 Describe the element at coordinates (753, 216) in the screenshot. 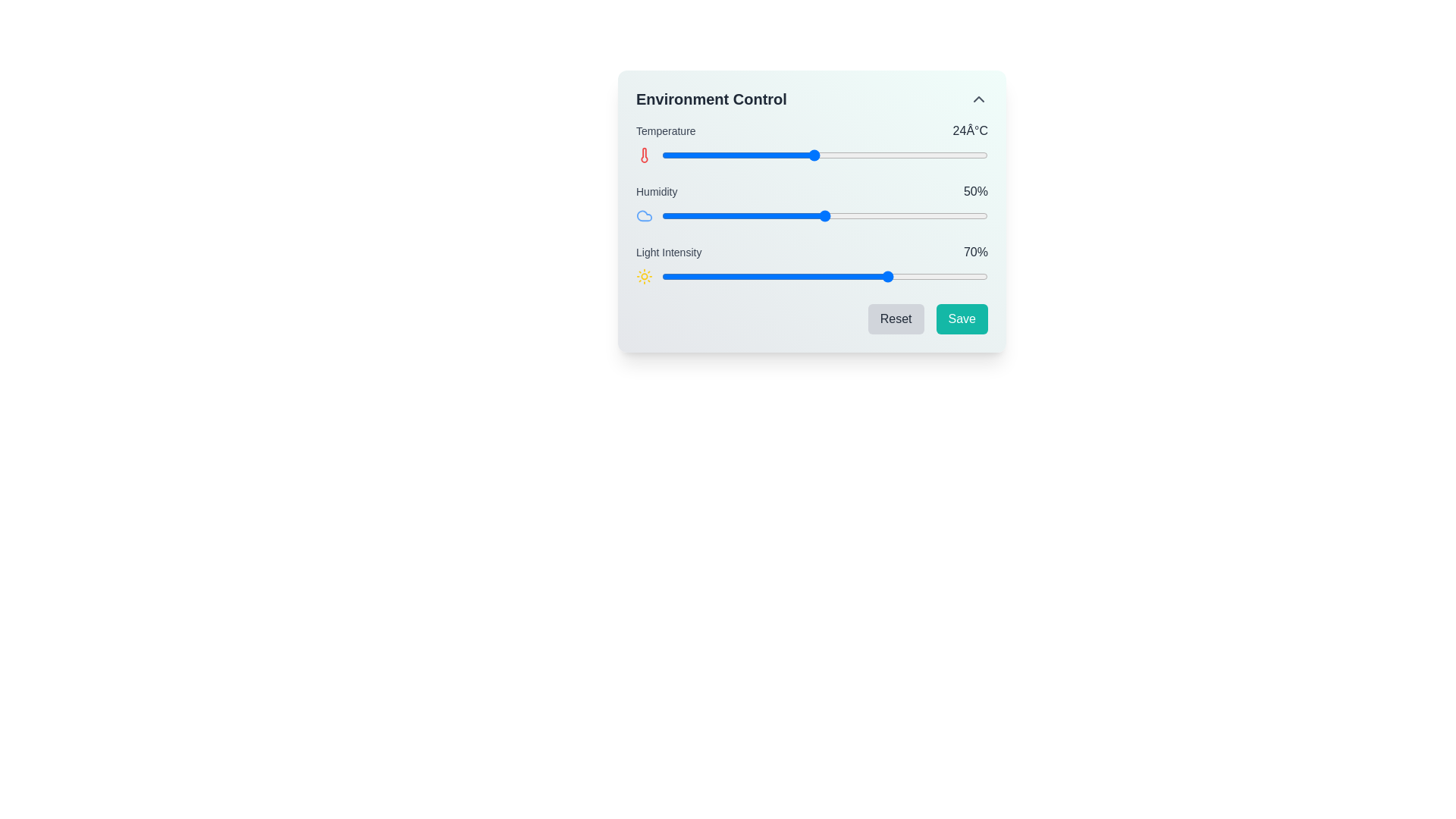

I see `the humidity` at that location.